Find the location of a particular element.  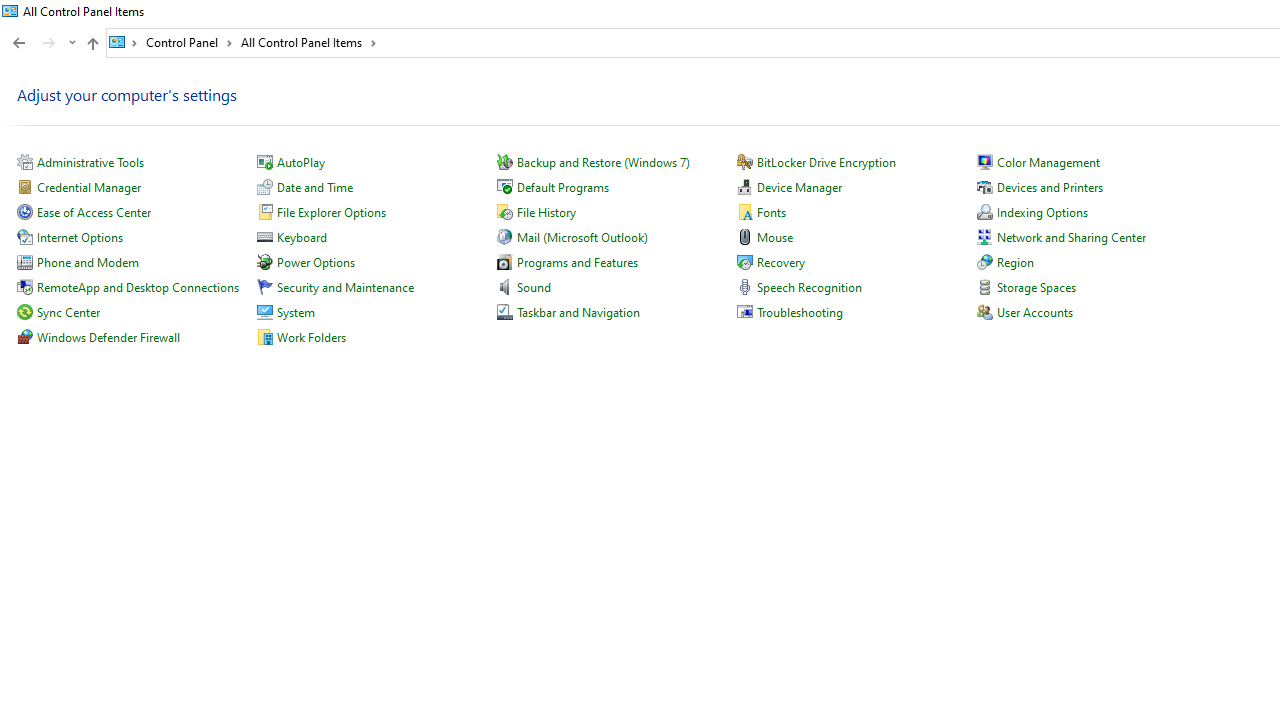

'Phone and Modem' is located at coordinates (86, 261).